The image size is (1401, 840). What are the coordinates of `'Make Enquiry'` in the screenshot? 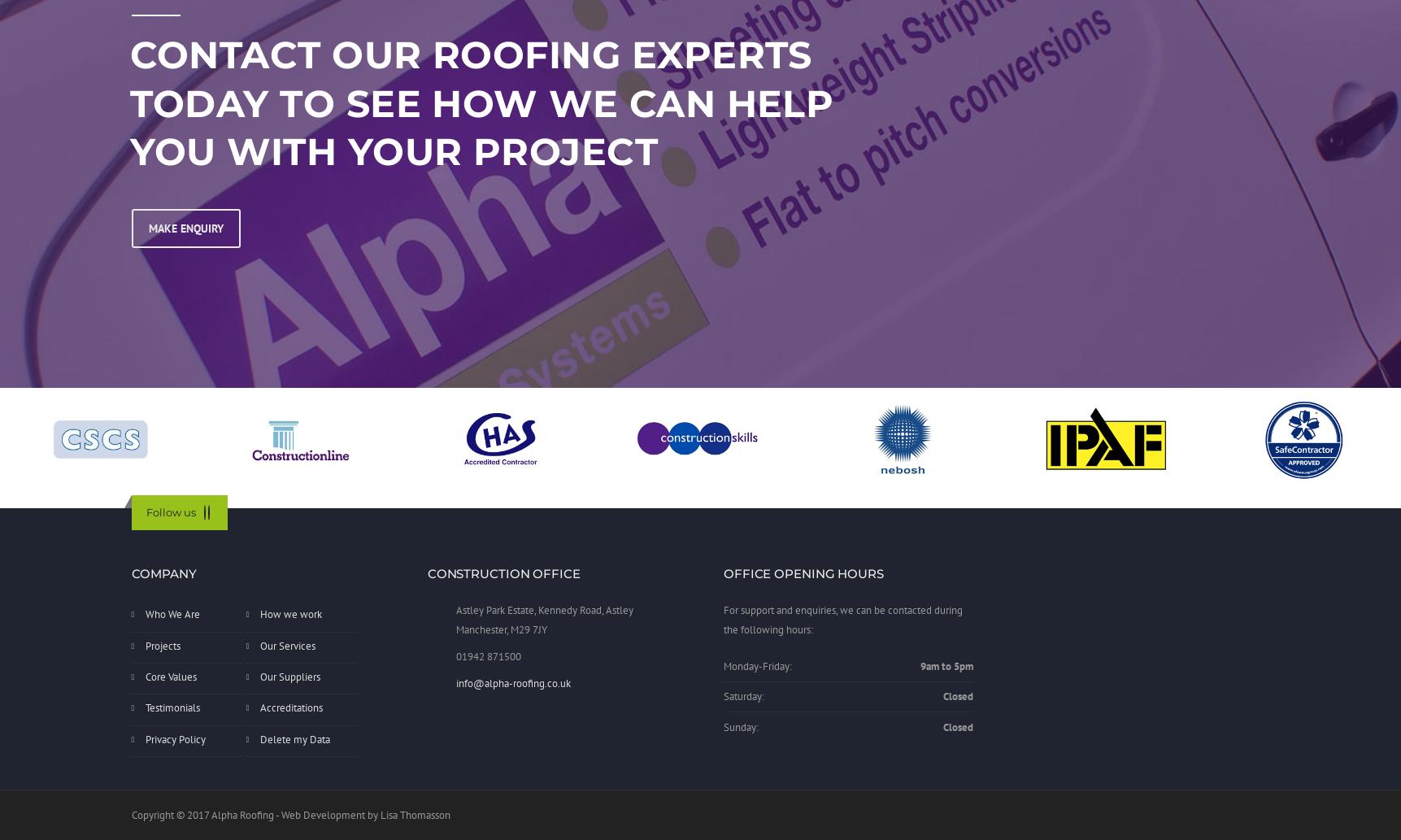 It's located at (184, 227).